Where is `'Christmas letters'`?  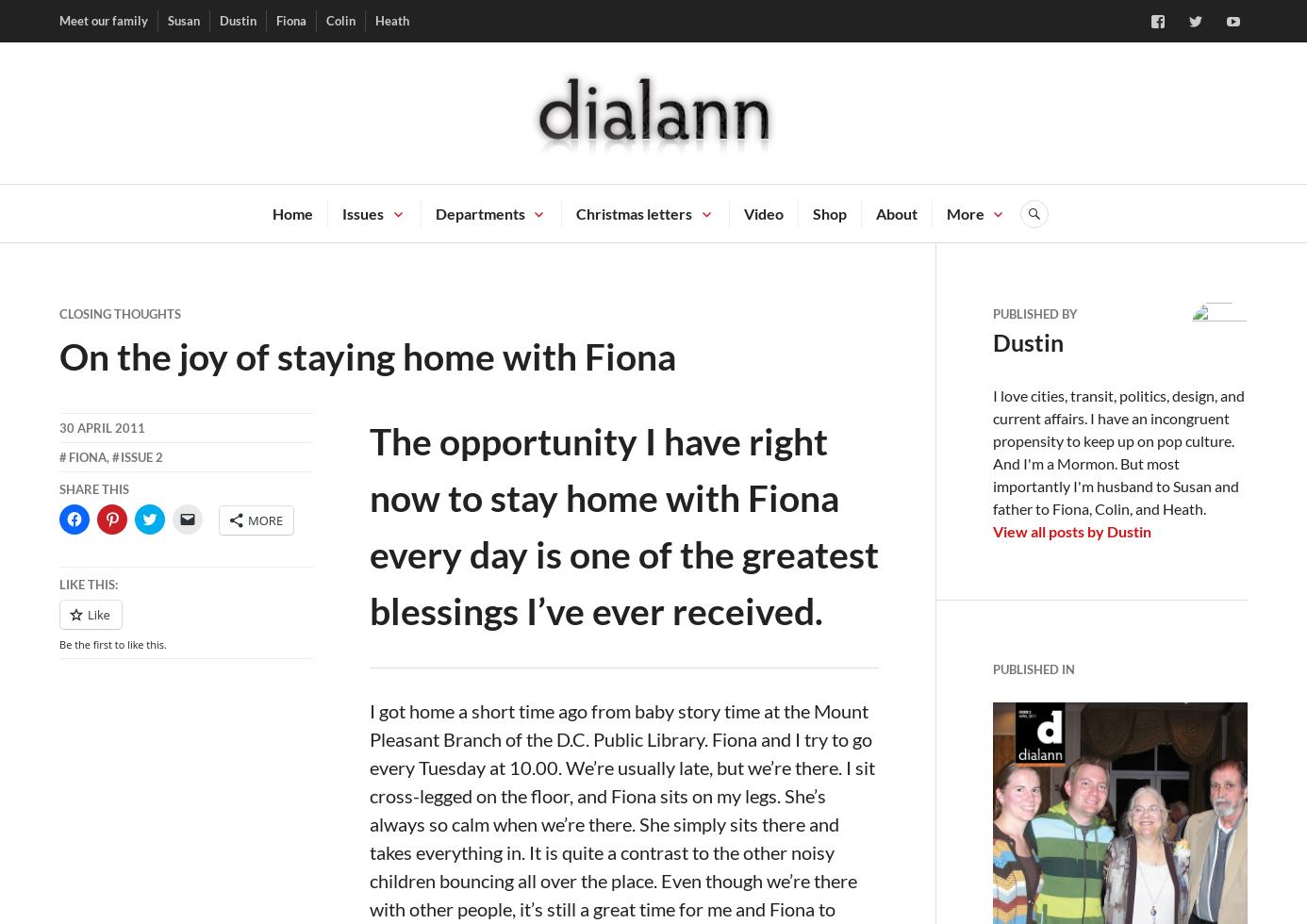 'Christmas letters' is located at coordinates (633, 212).